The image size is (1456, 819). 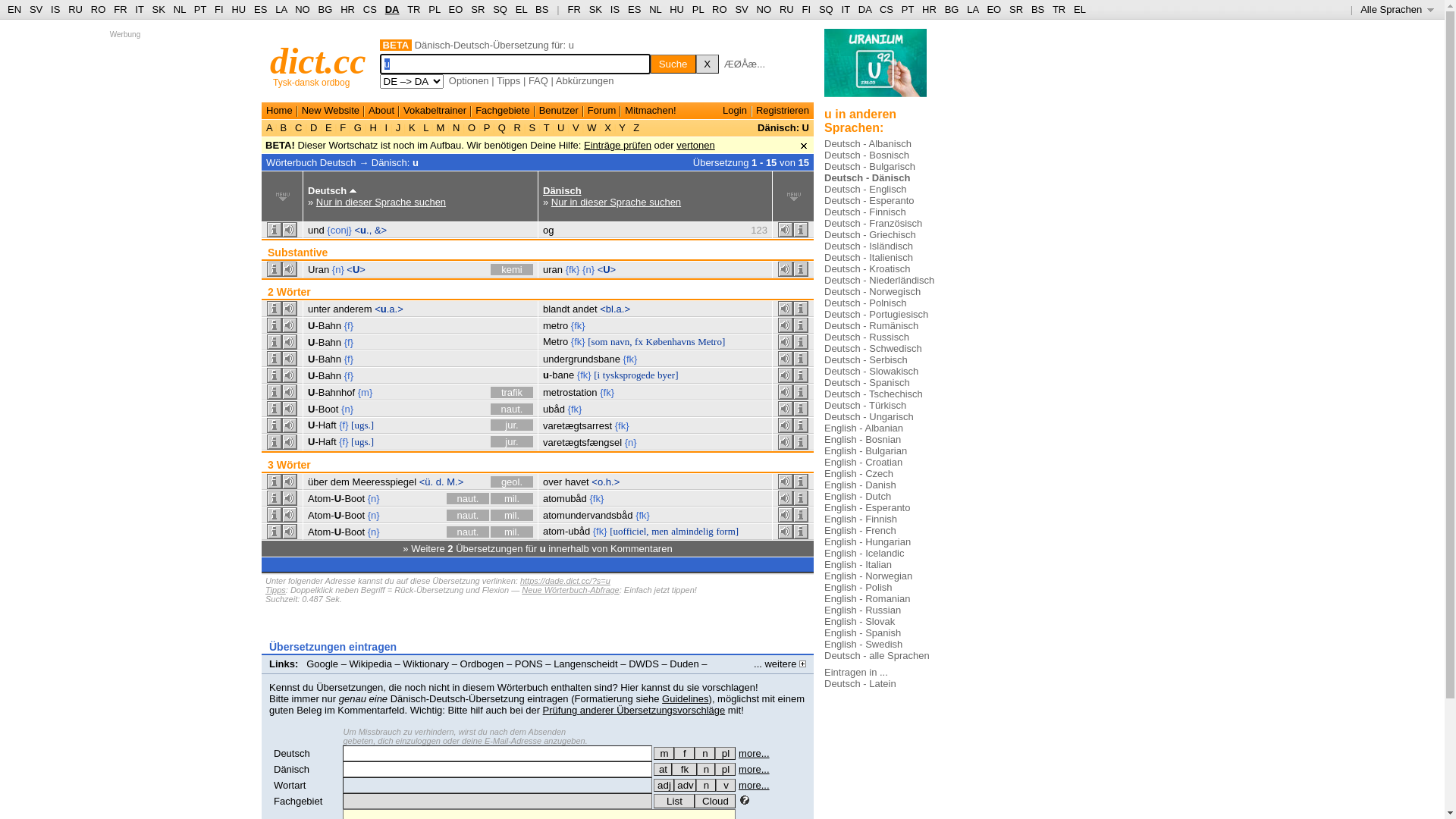 What do you see at coordinates (591, 127) in the screenshot?
I see `'W'` at bounding box center [591, 127].